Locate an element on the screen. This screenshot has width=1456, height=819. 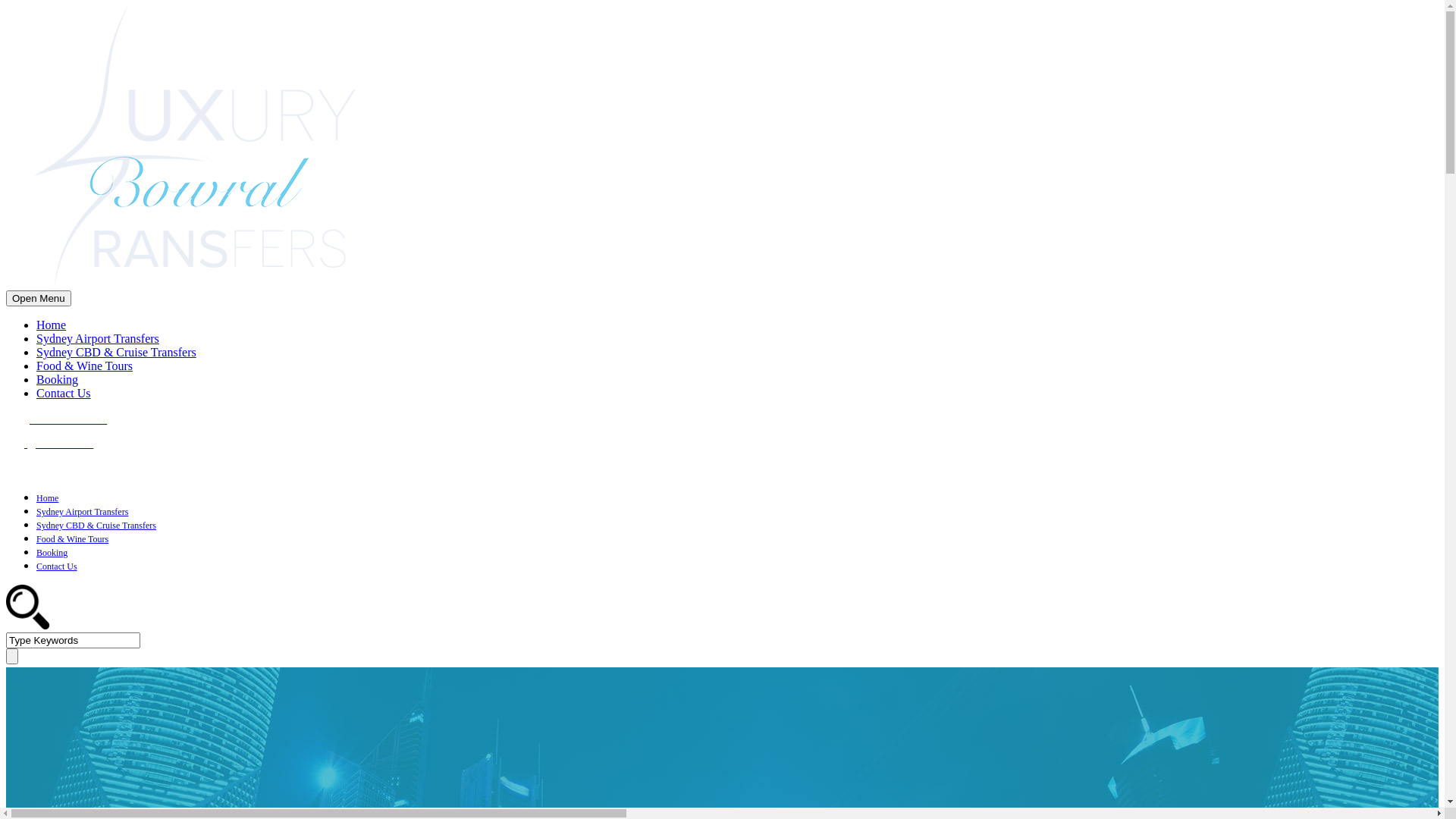
'Open Menu' is located at coordinates (6, 298).